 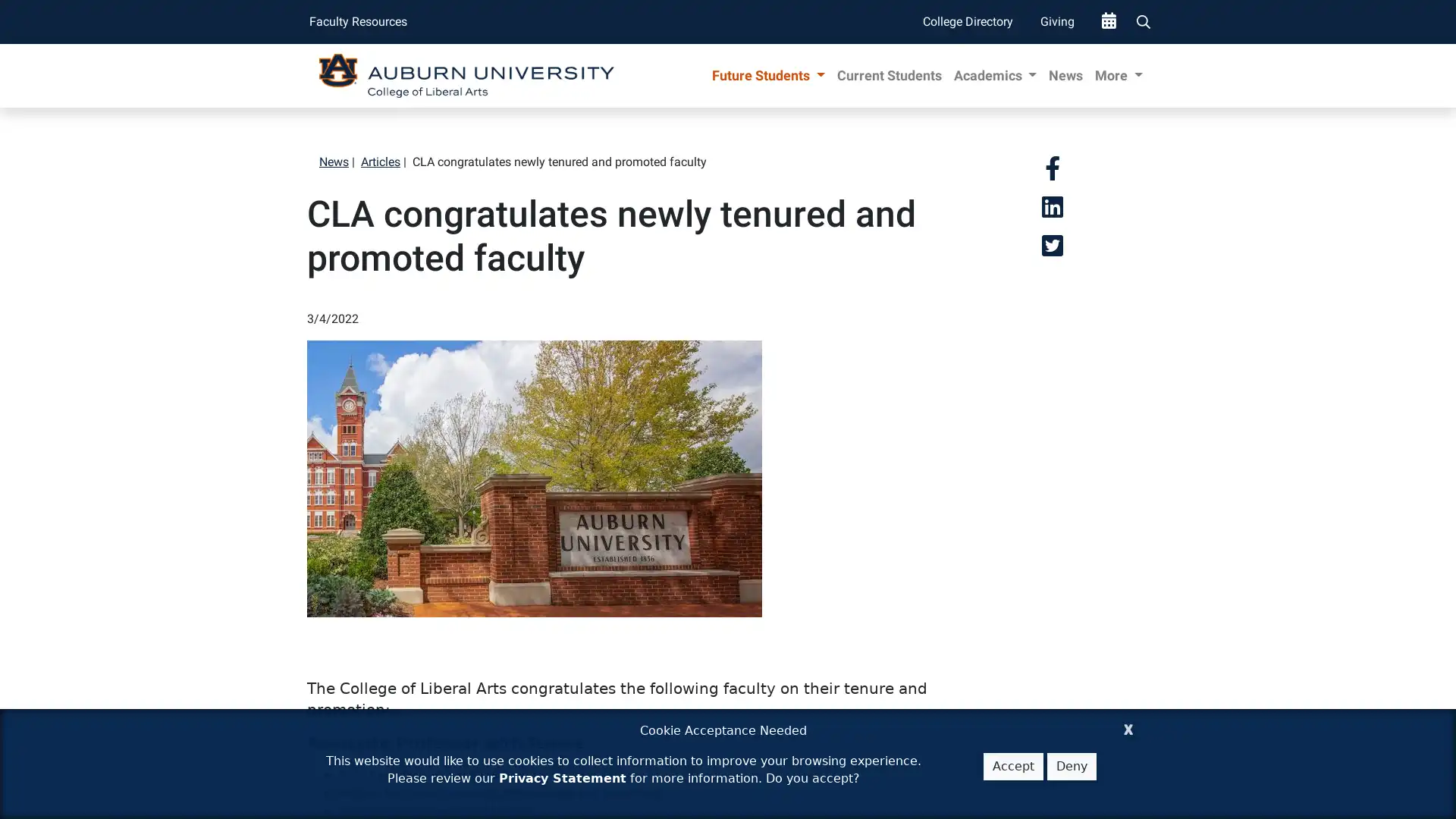 I want to click on Accept, so click(x=1013, y=766).